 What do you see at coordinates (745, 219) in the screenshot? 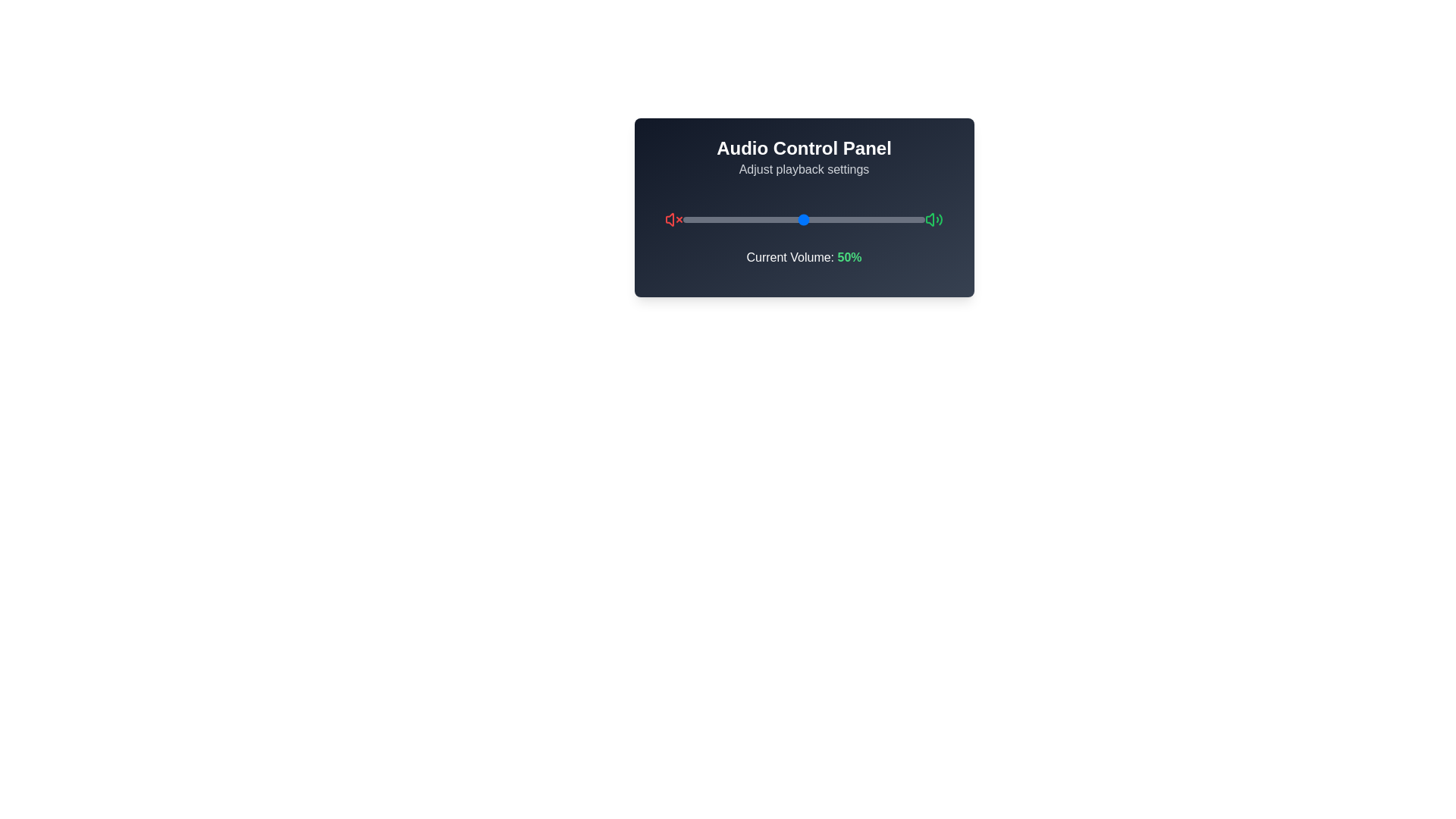
I see `the volume slider to set the volume to 26%` at bounding box center [745, 219].